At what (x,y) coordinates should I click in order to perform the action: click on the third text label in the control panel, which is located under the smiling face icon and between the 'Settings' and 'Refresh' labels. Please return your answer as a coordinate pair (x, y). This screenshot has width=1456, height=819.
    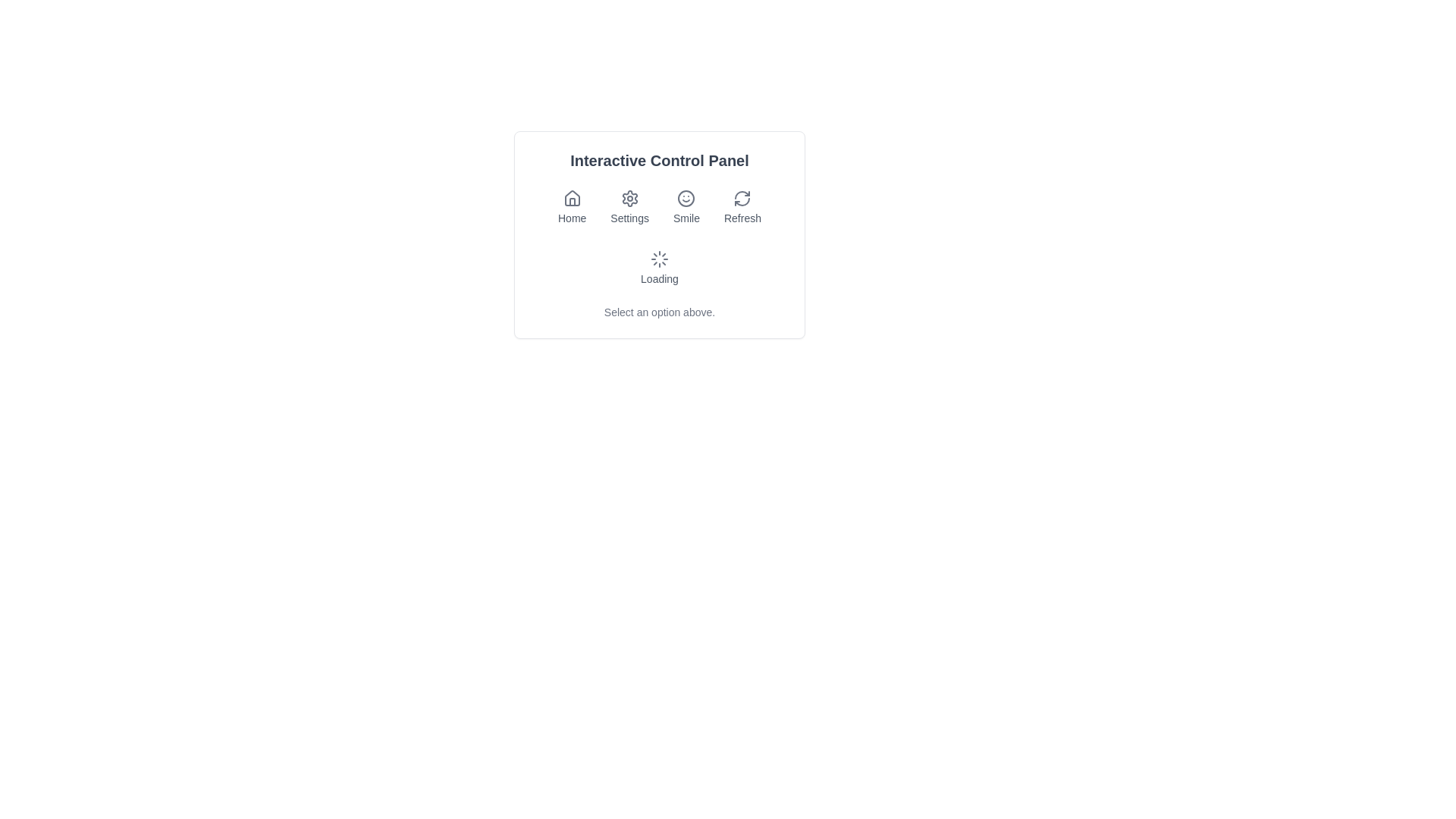
    Looking at the image, I should click on (686, 218).